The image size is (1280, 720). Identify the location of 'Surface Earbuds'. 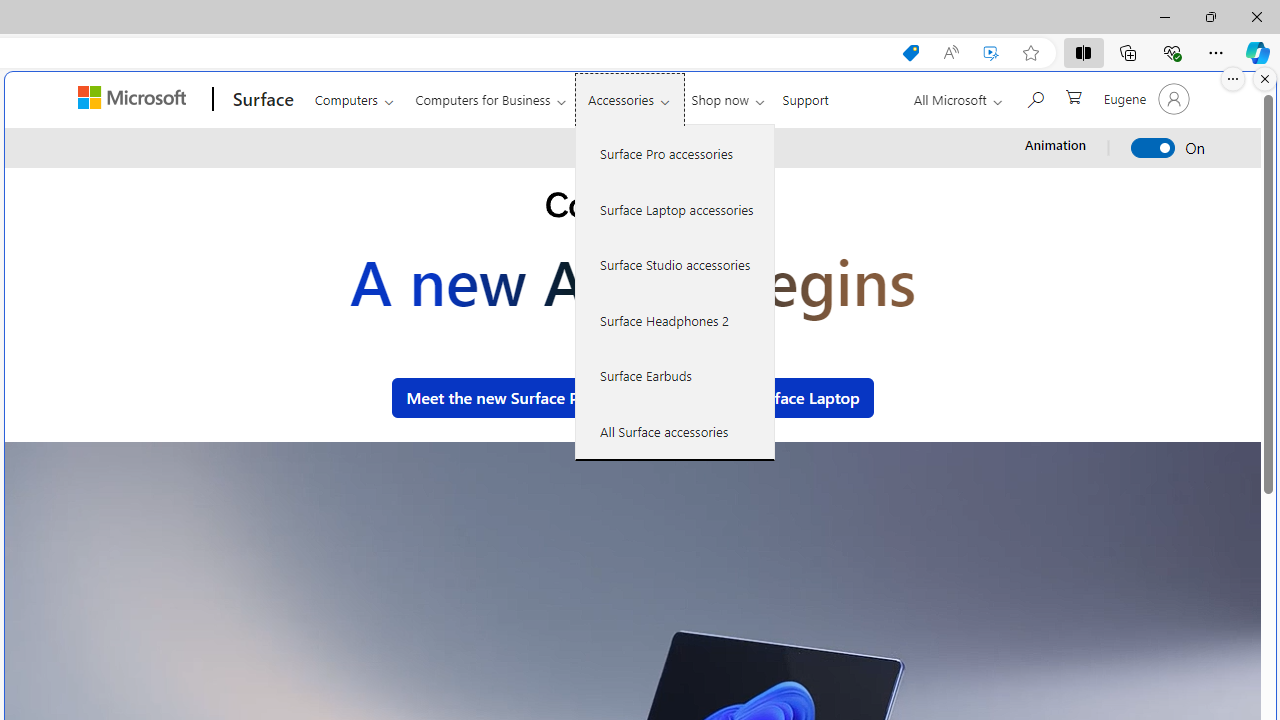
(675, 375).